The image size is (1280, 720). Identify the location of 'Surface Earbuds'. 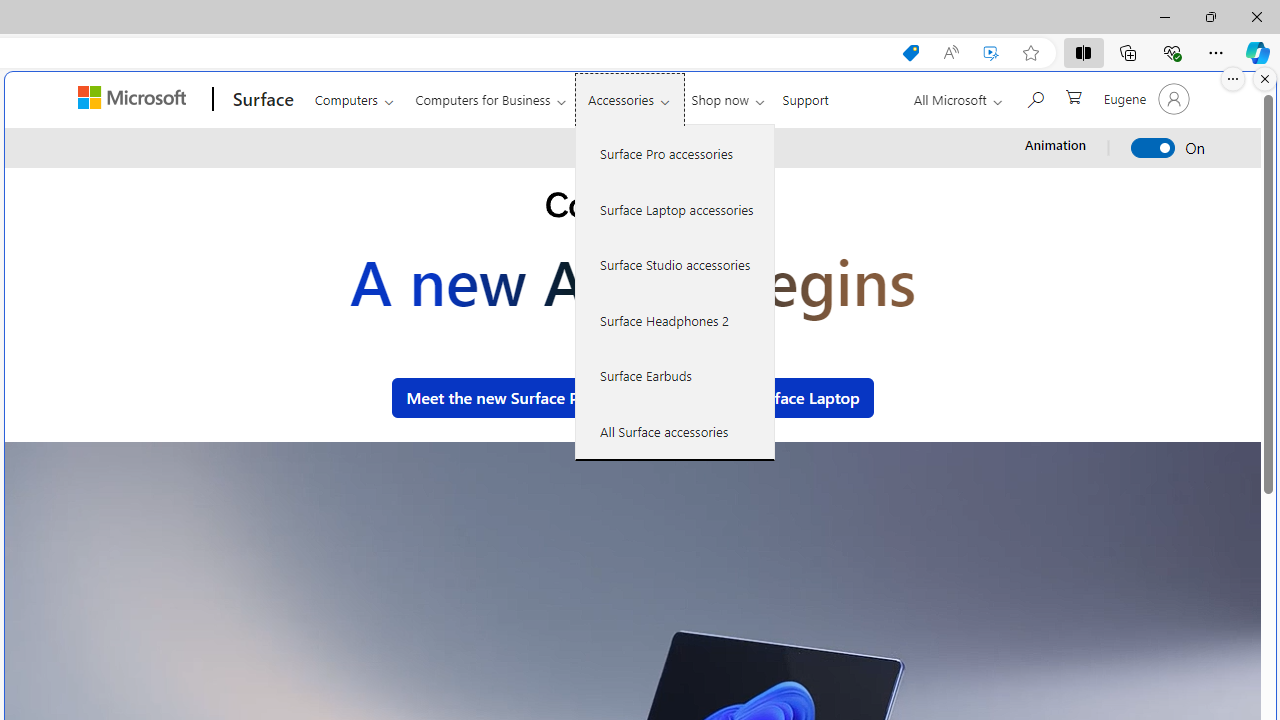
(675, 375).